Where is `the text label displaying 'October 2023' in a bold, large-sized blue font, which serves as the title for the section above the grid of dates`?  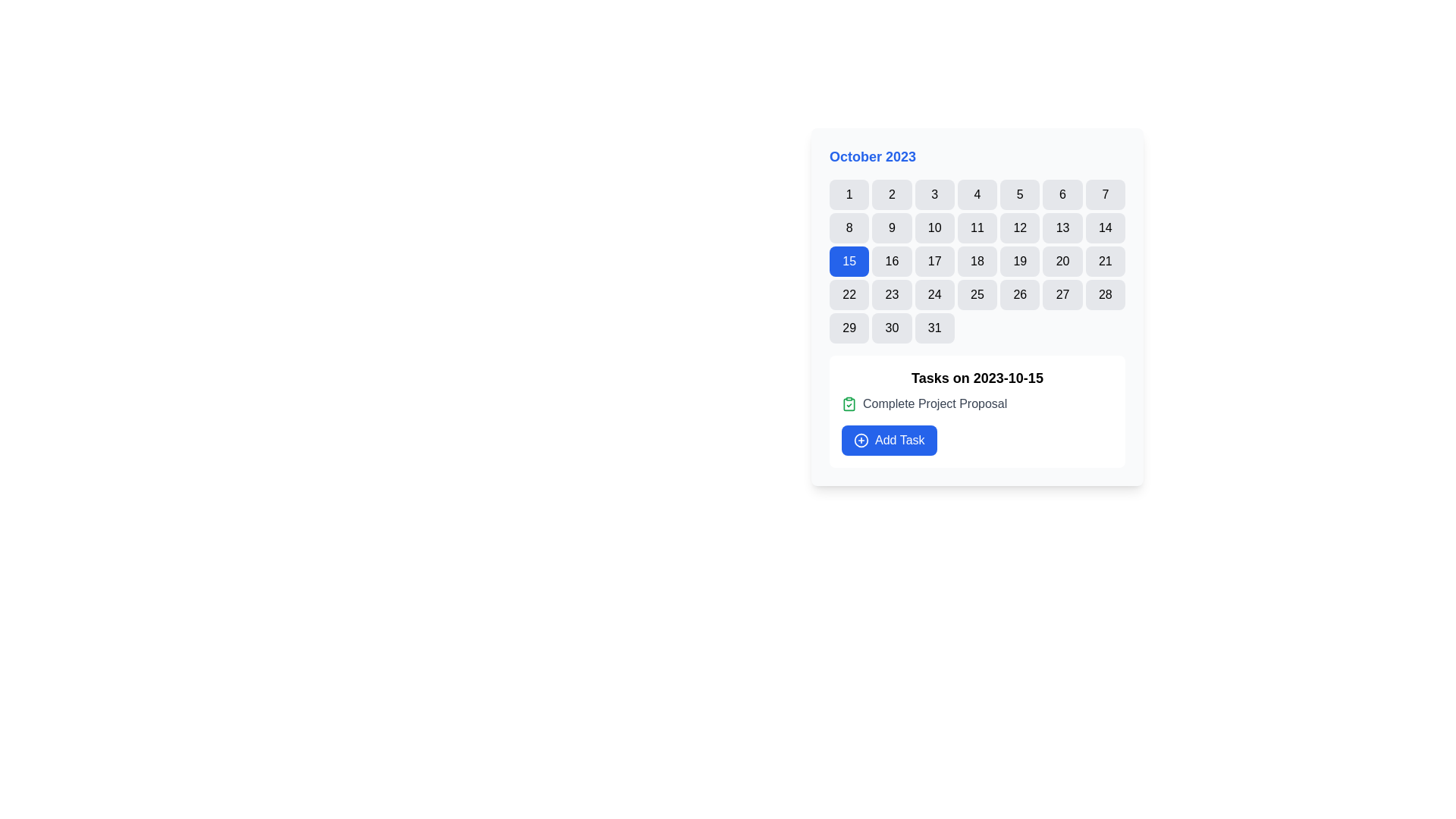
the text label displaying 'October 2023' in a bold, large-sized blue font, which serves as the title for the section above the grid of dates is located at coordinates (873, 157).